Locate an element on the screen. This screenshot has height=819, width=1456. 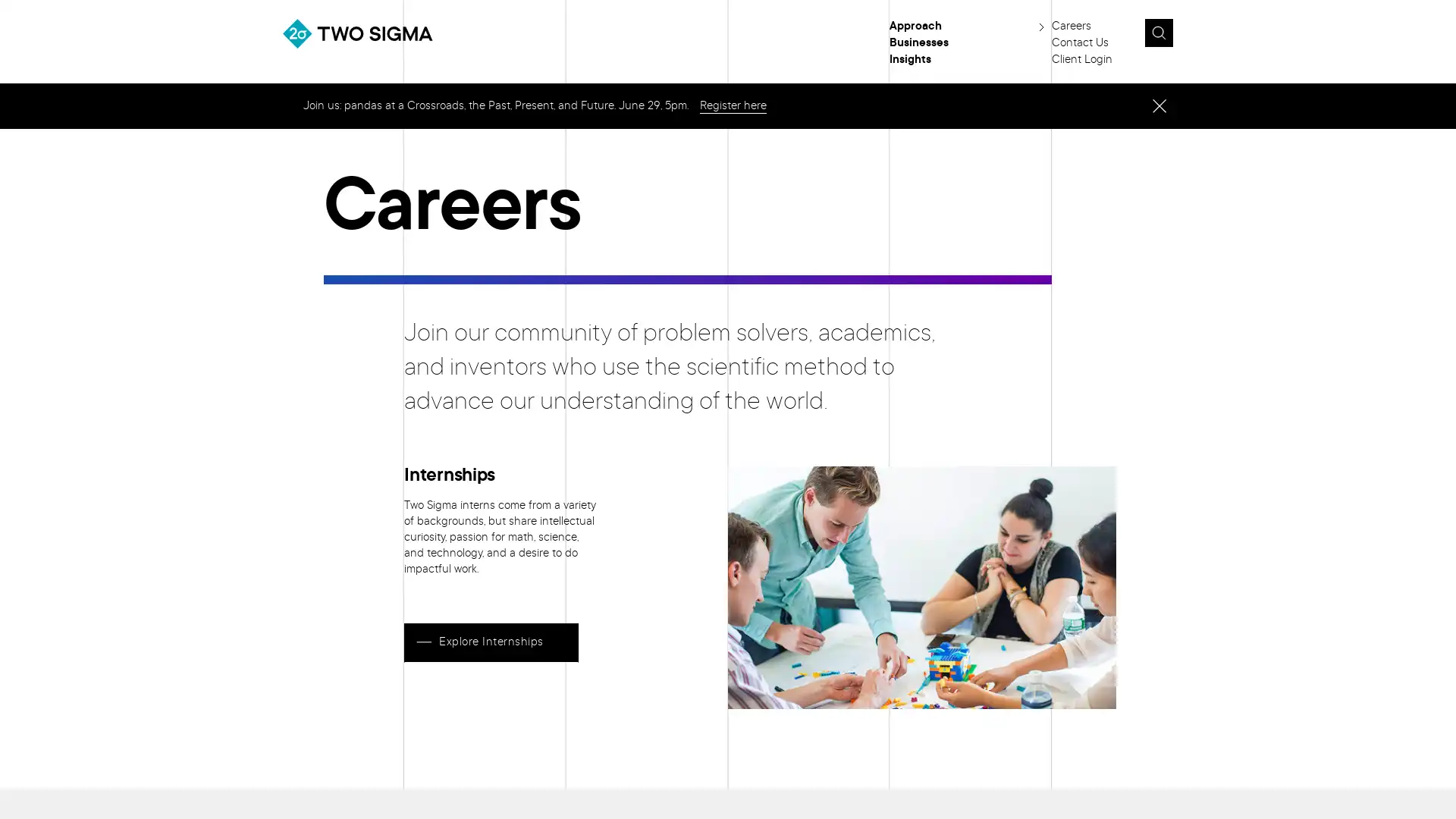
Search is located at coordinates (1157, 33).